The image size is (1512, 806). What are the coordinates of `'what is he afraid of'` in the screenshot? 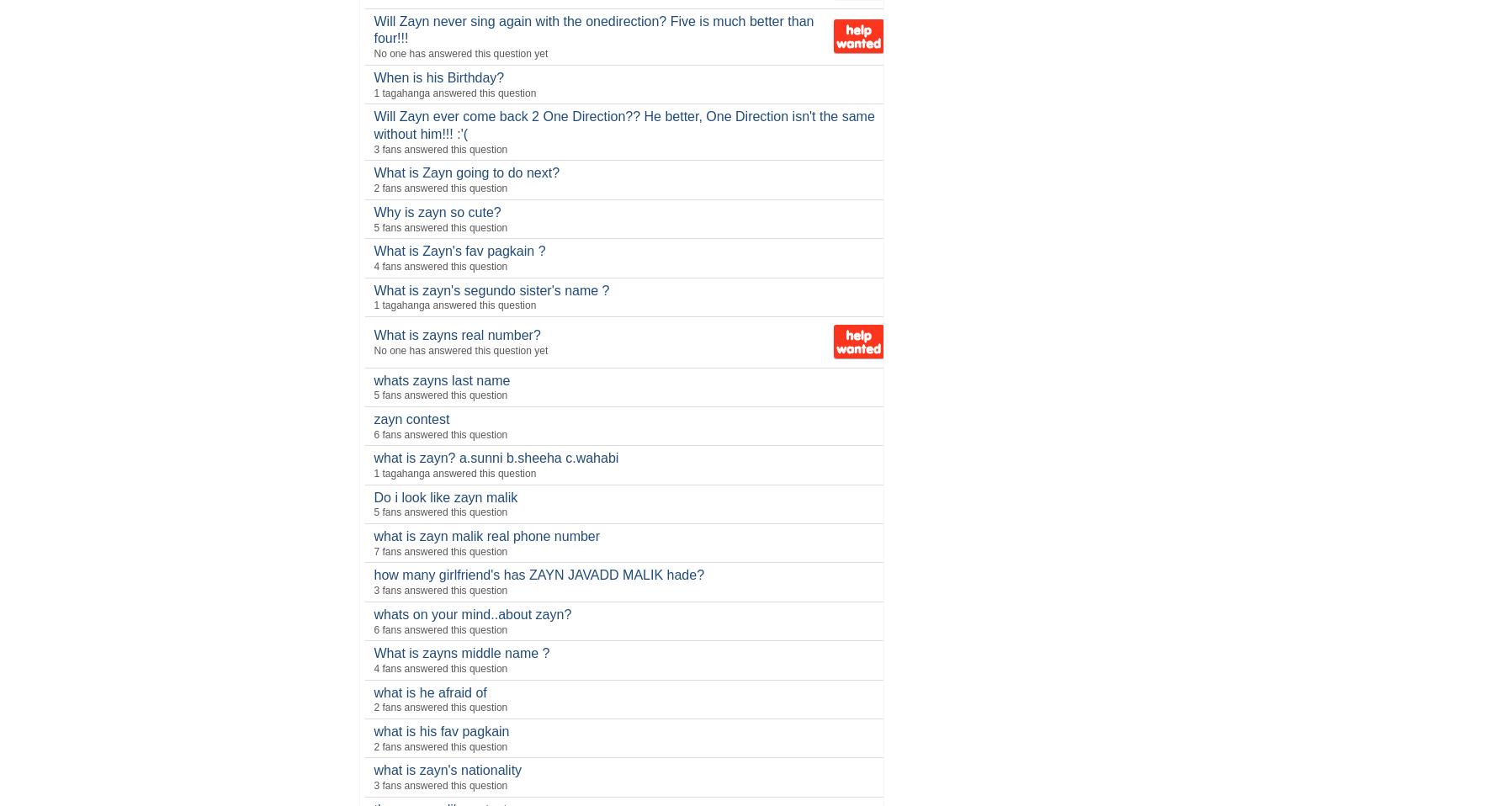 It's located at (429, 691).